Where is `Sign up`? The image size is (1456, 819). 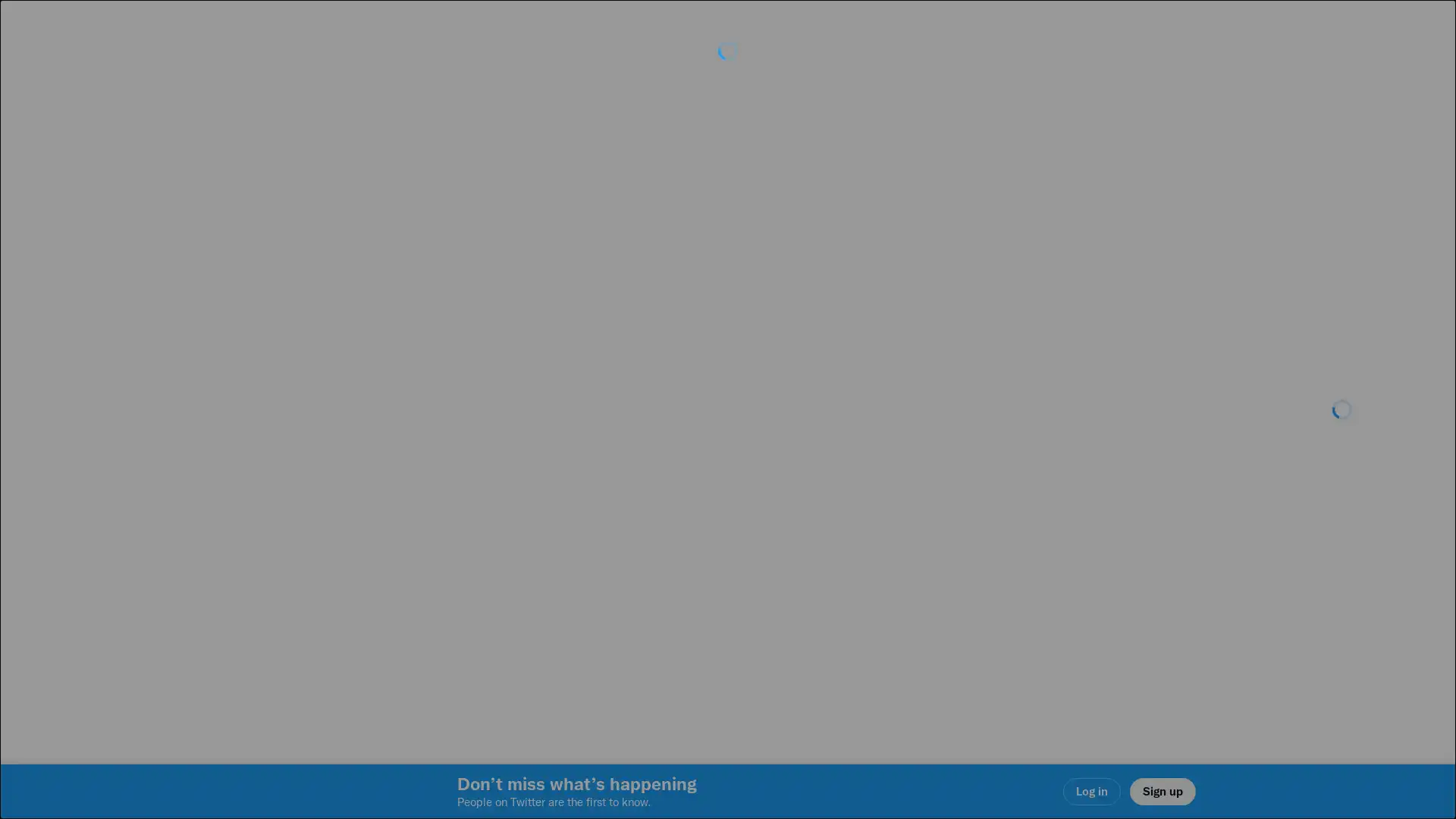
Sign up is located at coordinates (548, 516).